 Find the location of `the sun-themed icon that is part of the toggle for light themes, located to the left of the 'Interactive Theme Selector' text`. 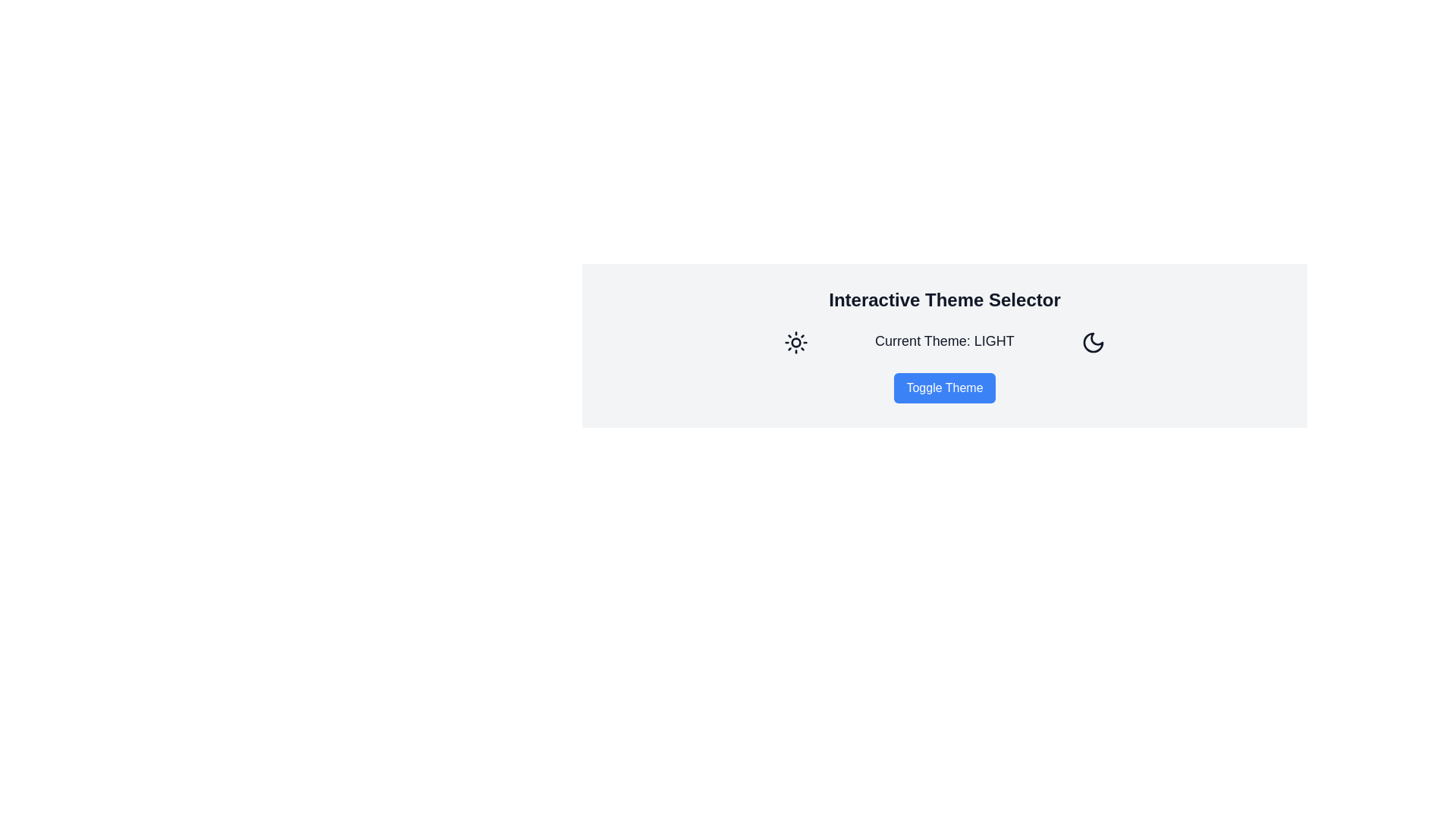

the sun-themed icon that is part of the toggle for light themes, located to the left of the 'Interactive Theme Selector' text is located at coordinates (795, 342).